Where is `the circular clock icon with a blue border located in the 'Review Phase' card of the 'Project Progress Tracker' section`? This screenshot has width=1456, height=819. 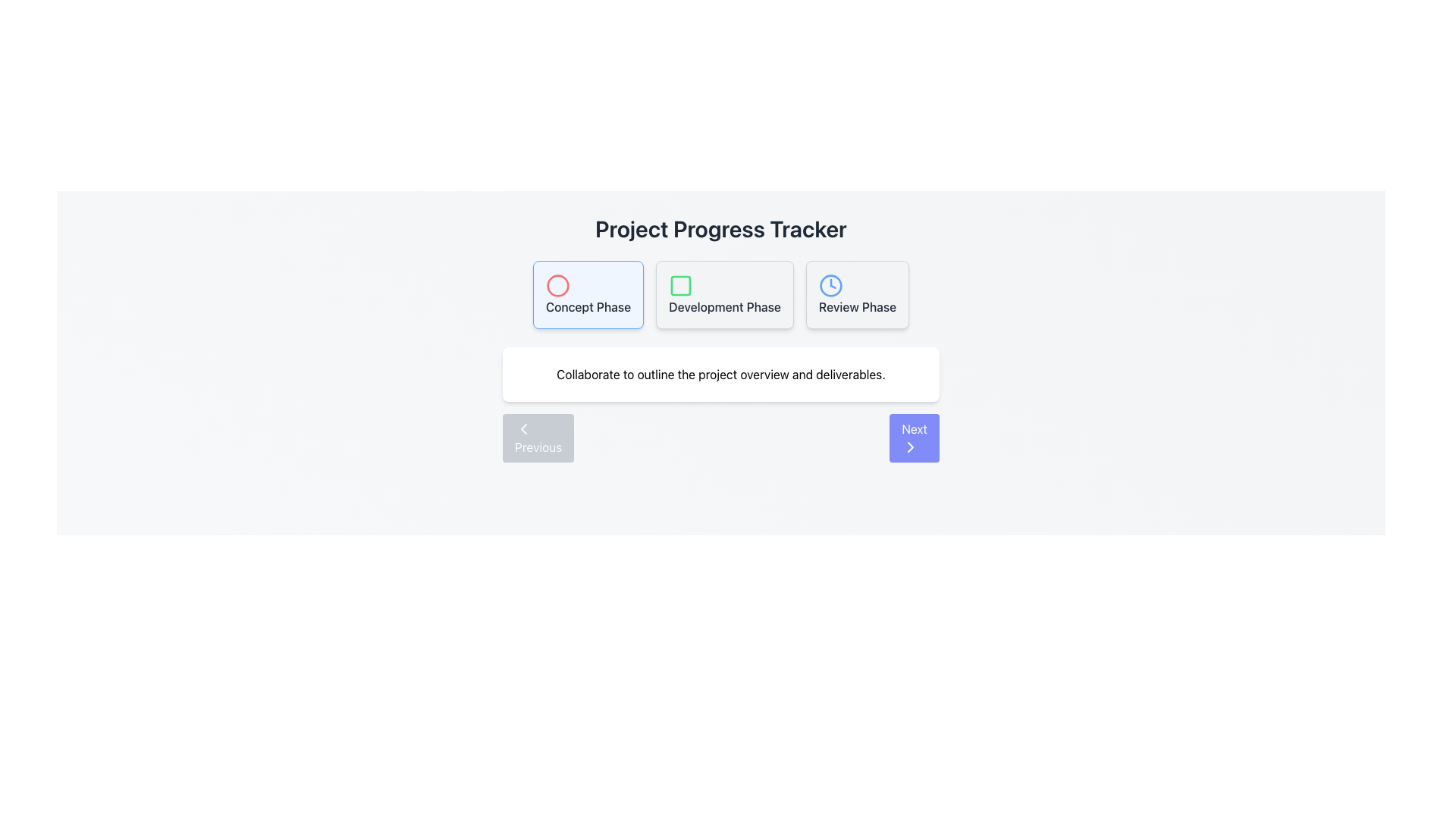
the circular clock icon with a blue border located in the 'Review Phase' card of the 'Project Progress Tracker' section is located at coordinates (830, 286).